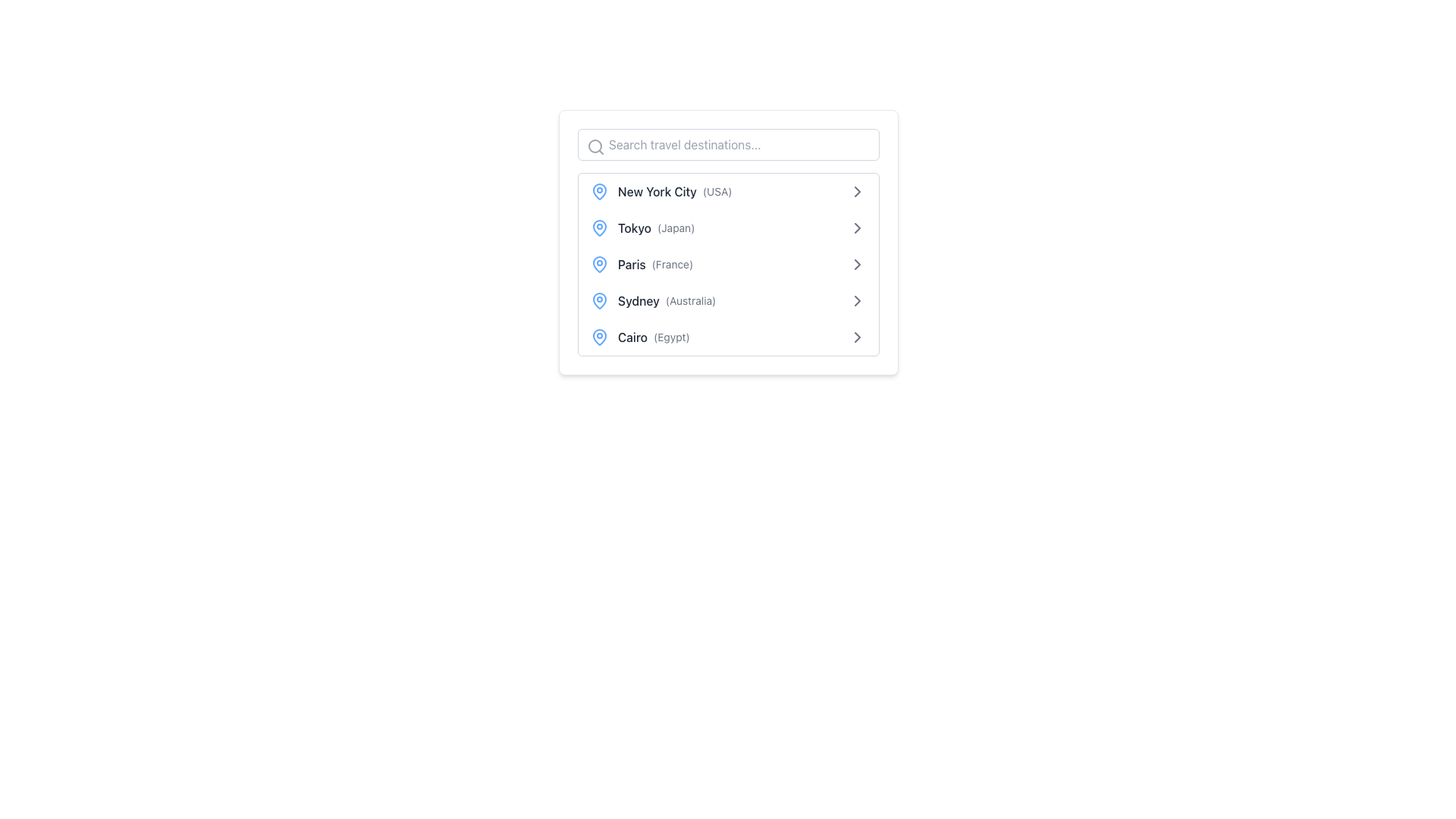 The width and height of the screenshot is (1456, 819). I want to click on the navigation icon located to the far right of the 'Cairo (Egypt)' text in the interactive list, so click(858, 336).